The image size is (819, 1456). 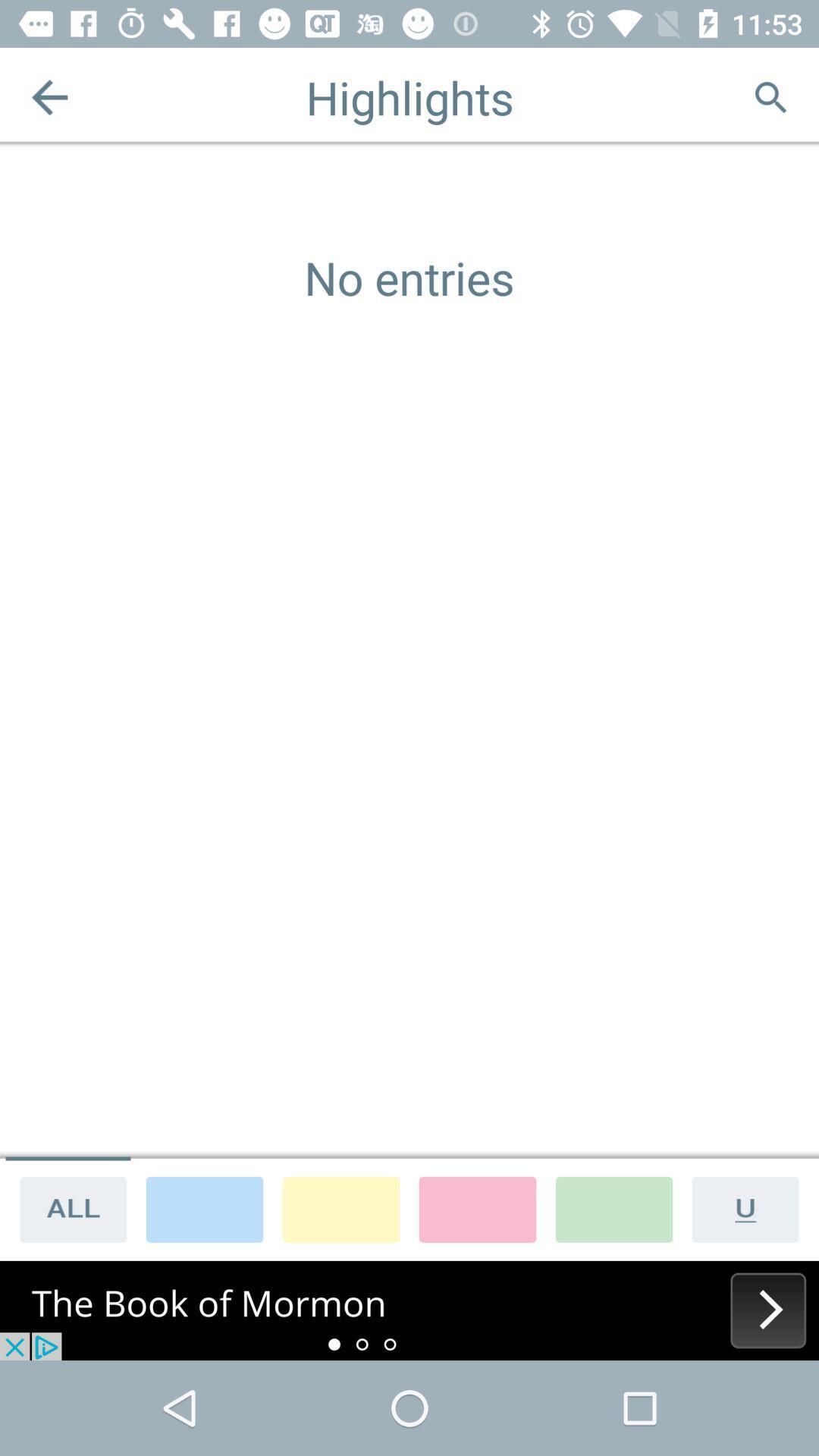 I want to click on next display, so click(x=409, y=1310).